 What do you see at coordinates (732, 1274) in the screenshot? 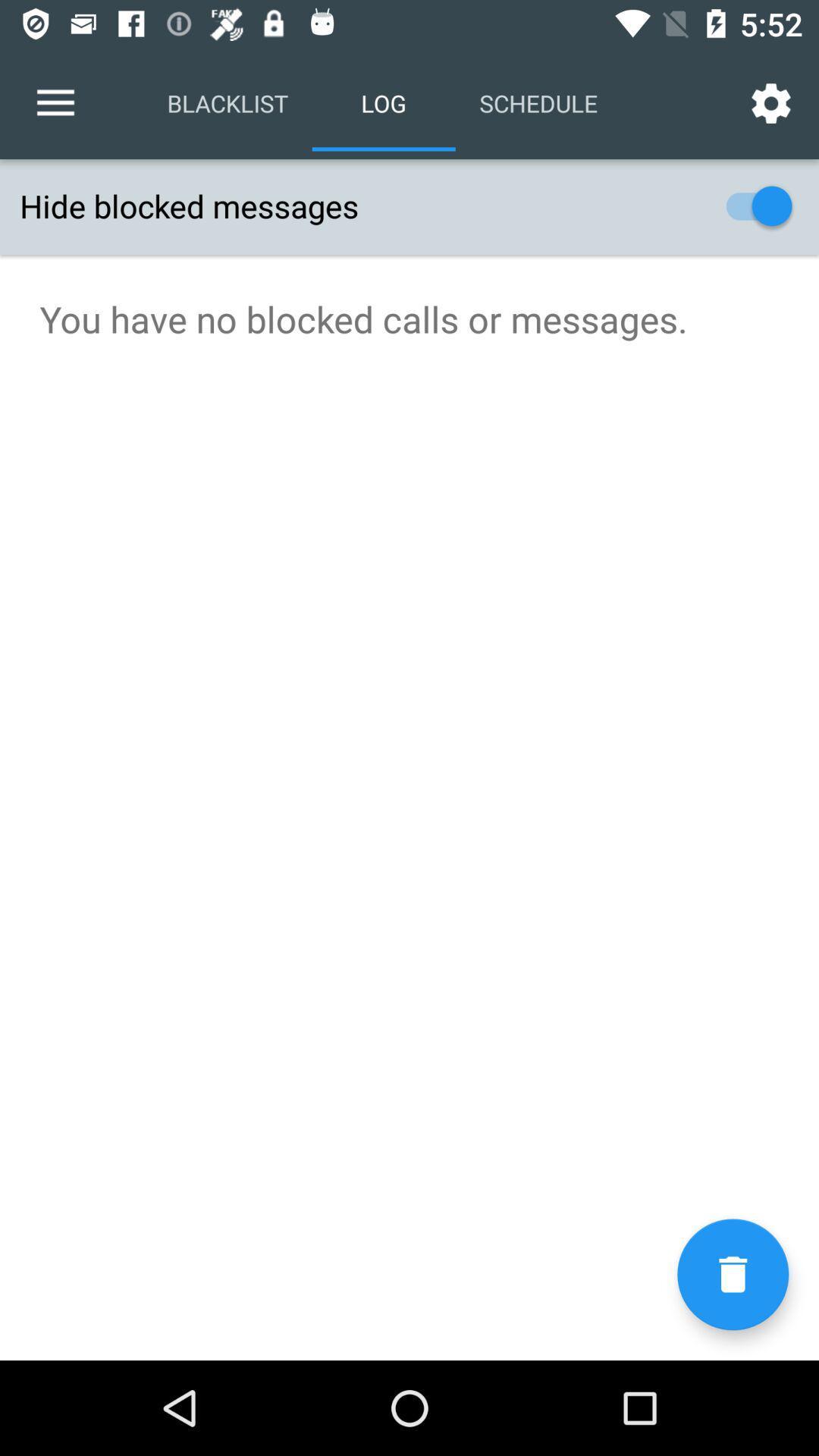
I see `the icon below you have no icon` at bounding box center [732, 1274].